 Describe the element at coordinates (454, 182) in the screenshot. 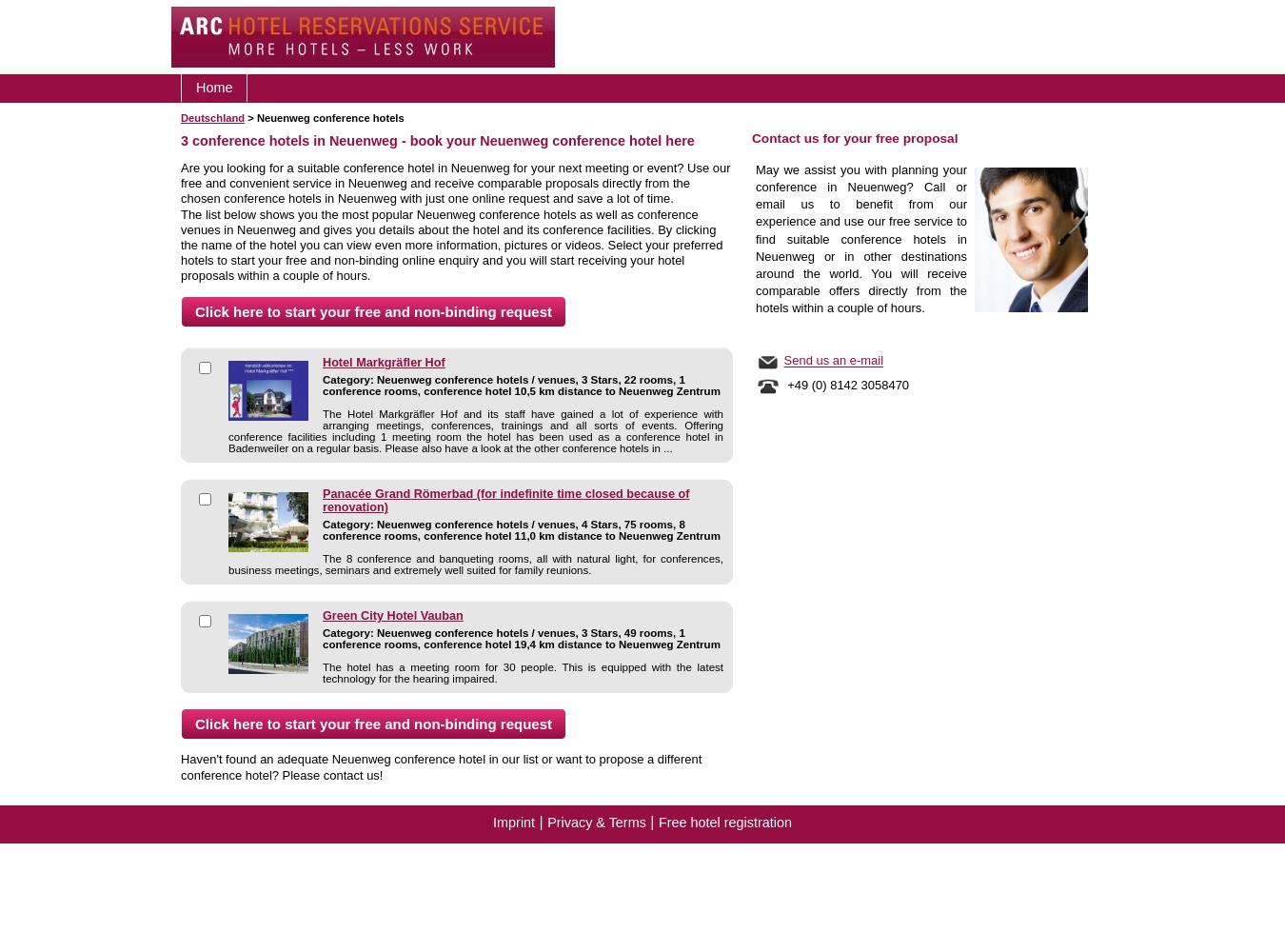

I see `'Are you looking for a suitable conference hotel in Neuenweg for your next meeting or event? Use our free and convenient service in Neuenweg and receive comparable proposals directly from the chosen conference hotels in Neuenweg with just one online request and save a lot of time.'` at that location.